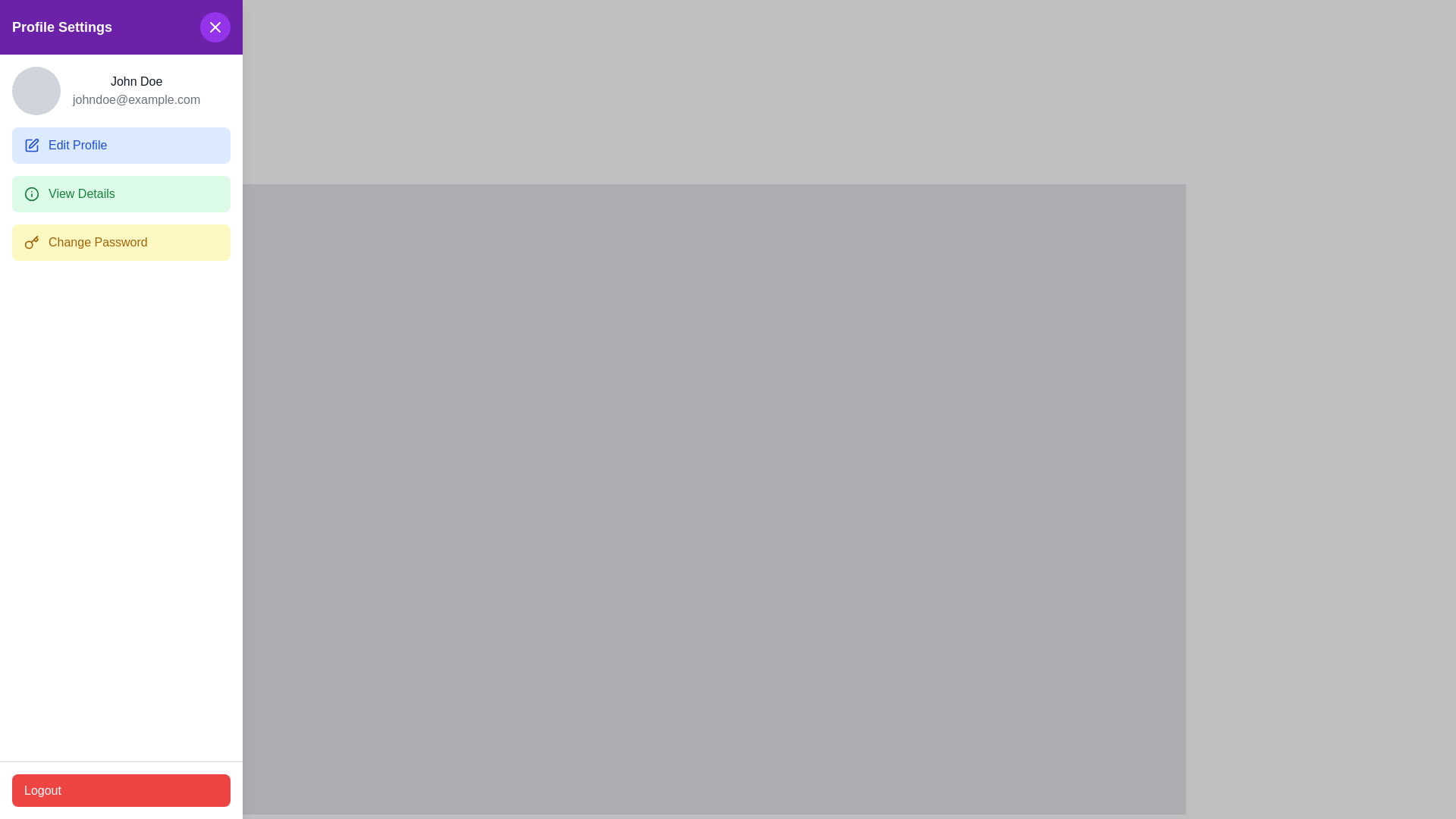 This screenshot has height=819, width=1456. What do you see at coordinates (136, 82) in the screenshot?
I see `the text label displaying 'John Doe', which is styled in bold and located directly below the profile icon in the top-left corner of the interface` at bounding box center [136, 82].